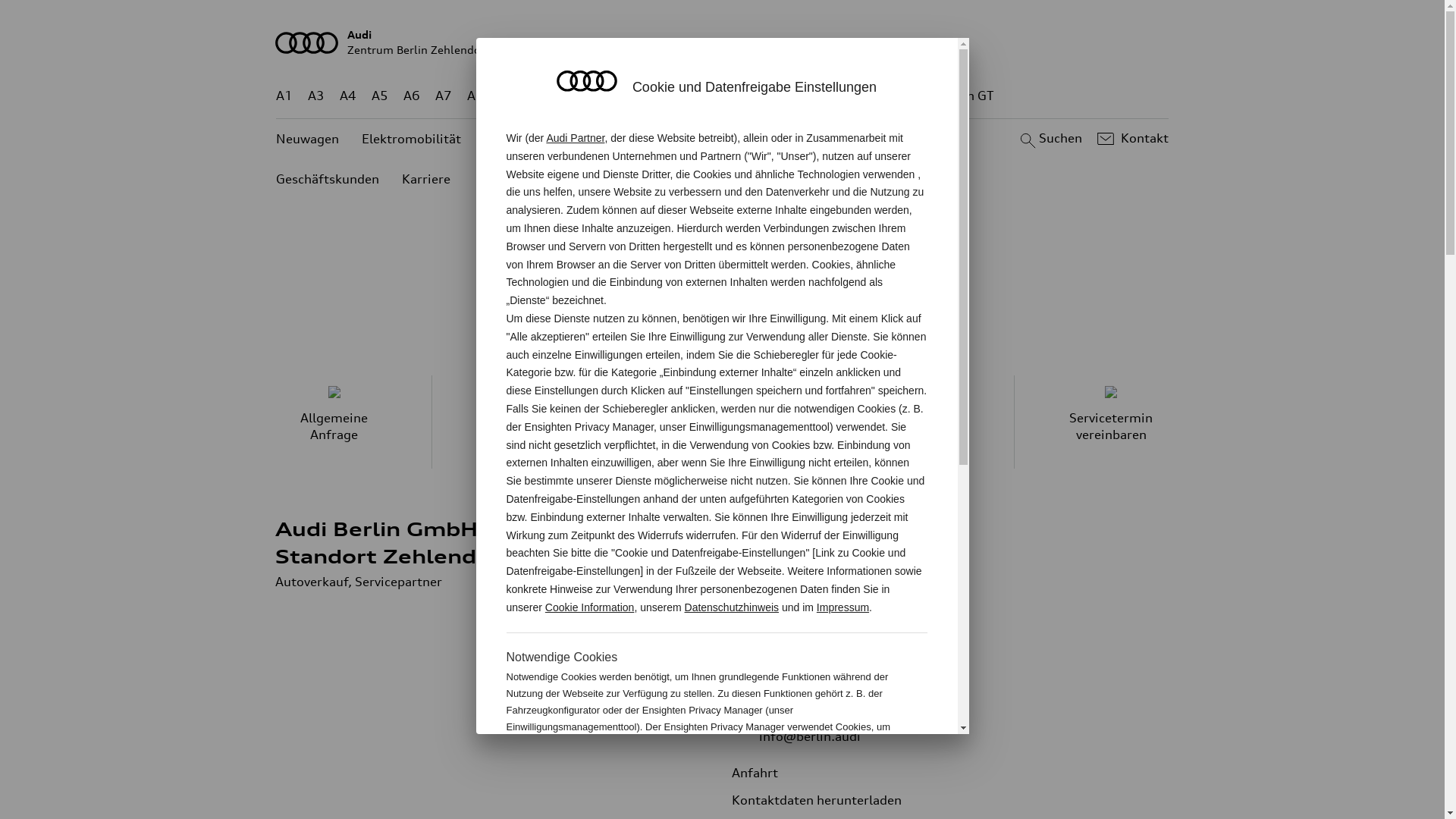  Describe the element at coordinates (411, 96) in the screenshot. I see `'A6'` at that location.